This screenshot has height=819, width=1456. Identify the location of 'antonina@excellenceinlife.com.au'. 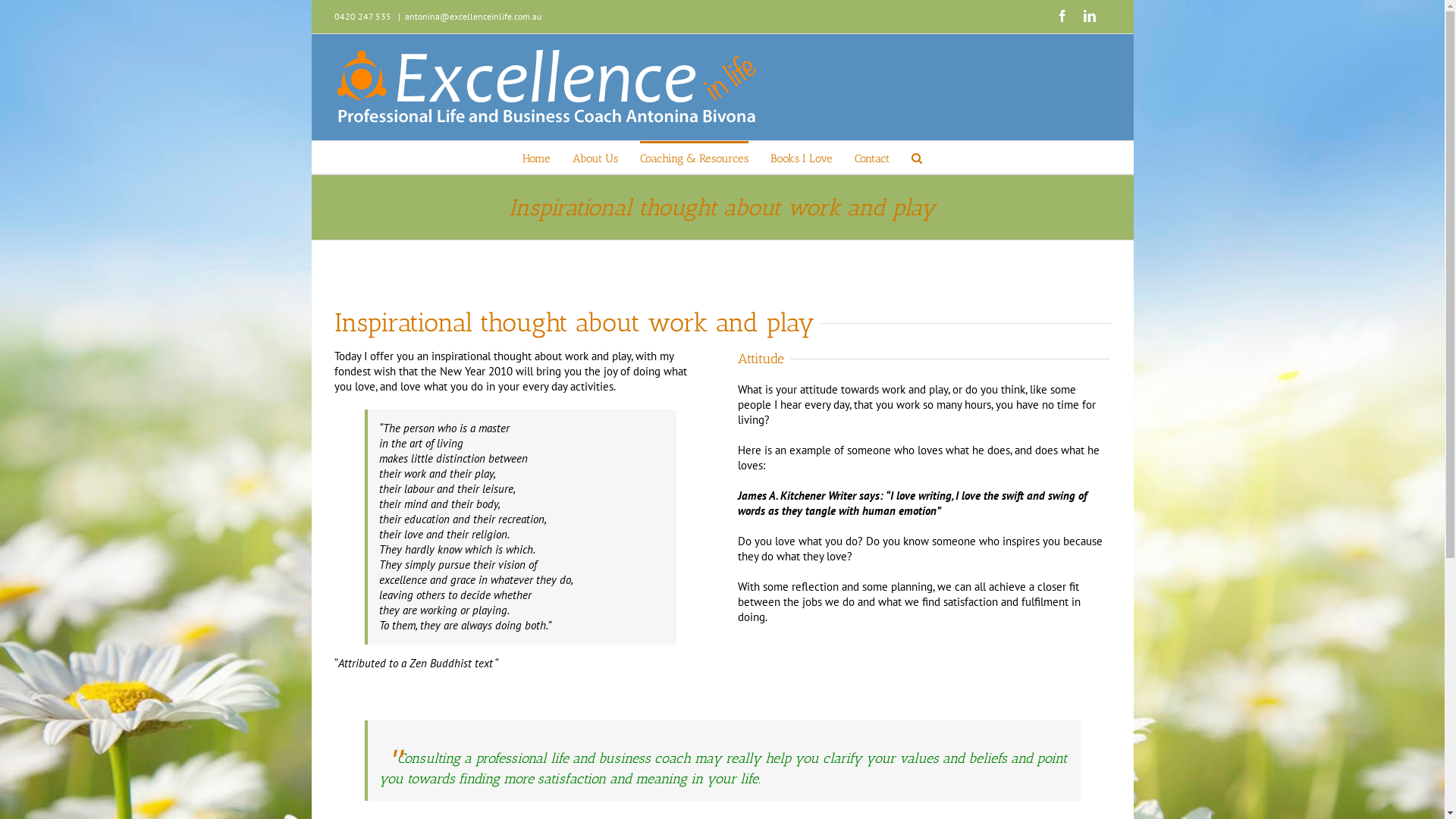
(472, 16).